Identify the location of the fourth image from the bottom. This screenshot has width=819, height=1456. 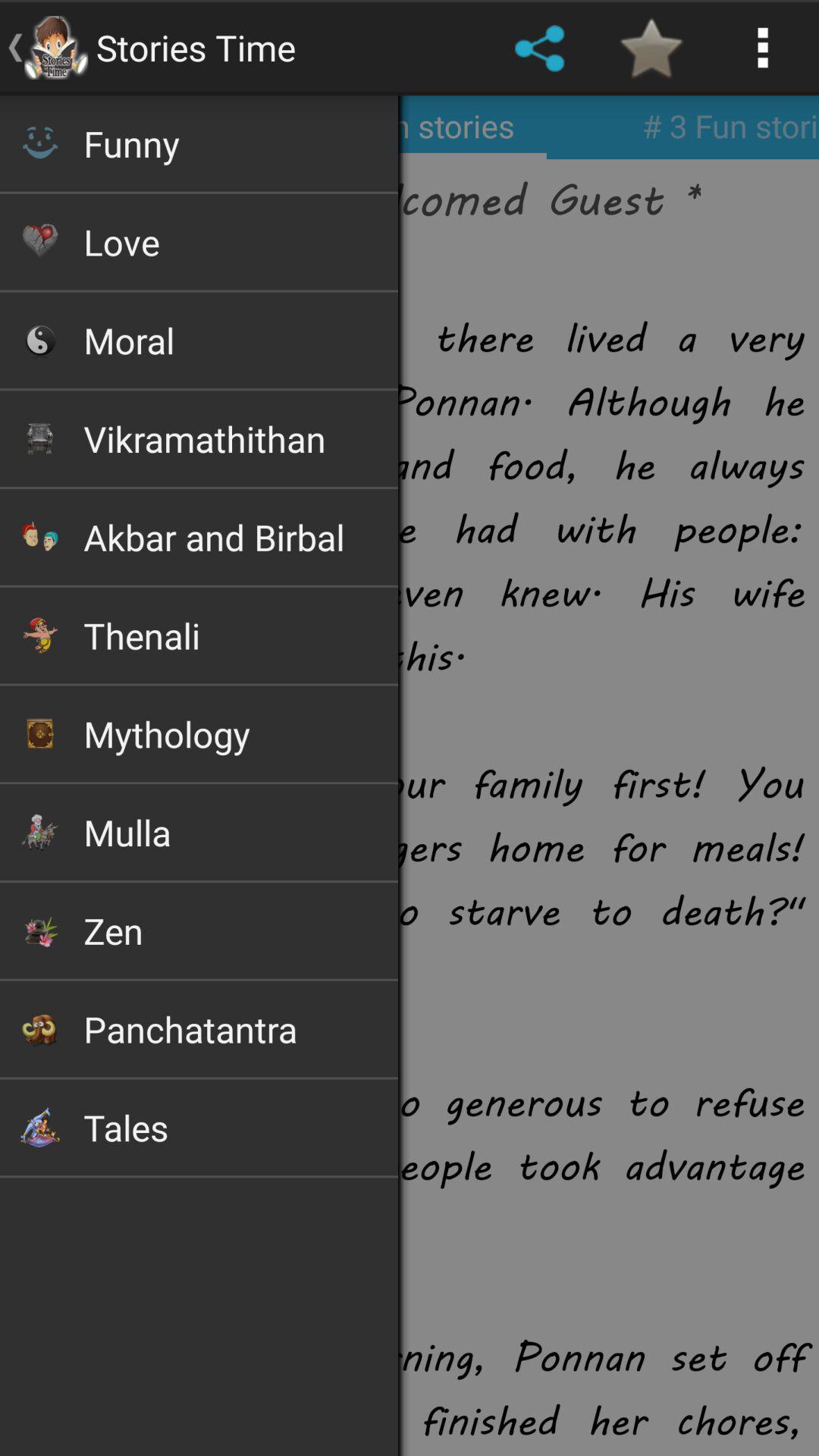
(39, 831).